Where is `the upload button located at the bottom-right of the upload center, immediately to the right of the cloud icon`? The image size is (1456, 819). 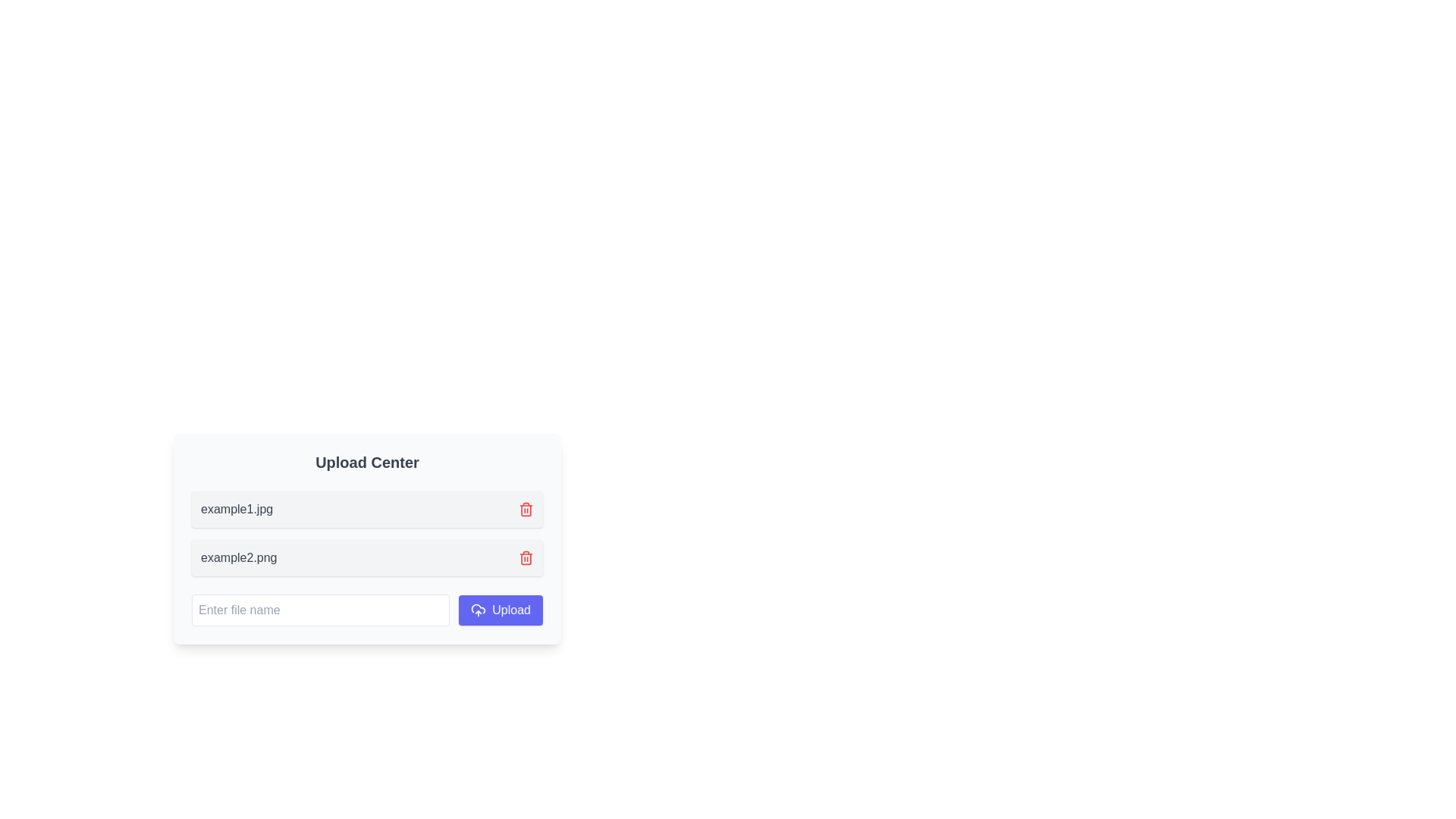 the upload button located at the bottom-right of the upload center, immediately to the right of the cloud icon is located at coordinates (511, 610).